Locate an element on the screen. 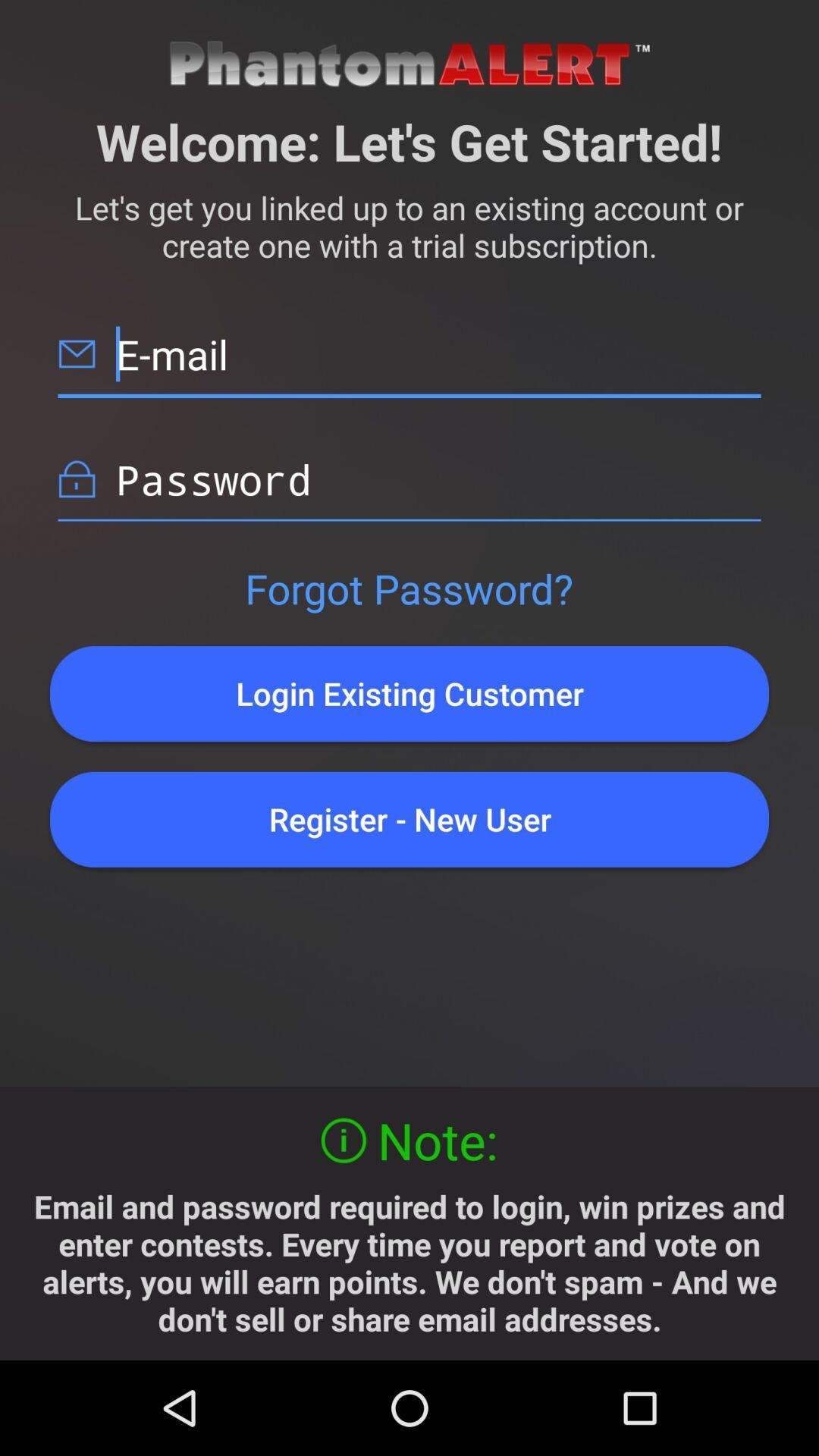 The width and height of the screenshot is (819, 1456). login existing customer icon is located at coordinates (409, 693).